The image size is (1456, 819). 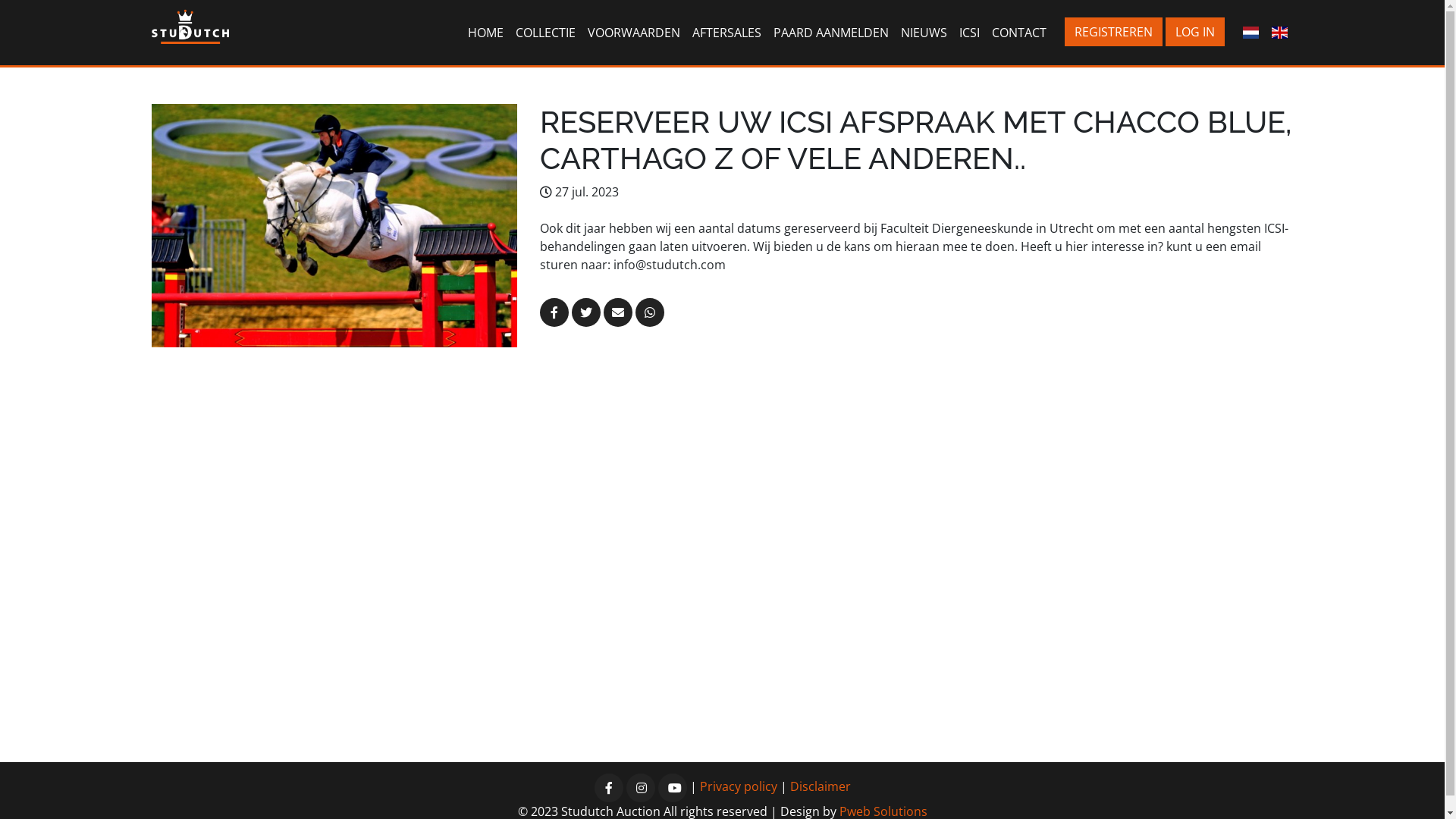 I want to click on 'PAARD AANMELDEN', so click(x=830, y=32).